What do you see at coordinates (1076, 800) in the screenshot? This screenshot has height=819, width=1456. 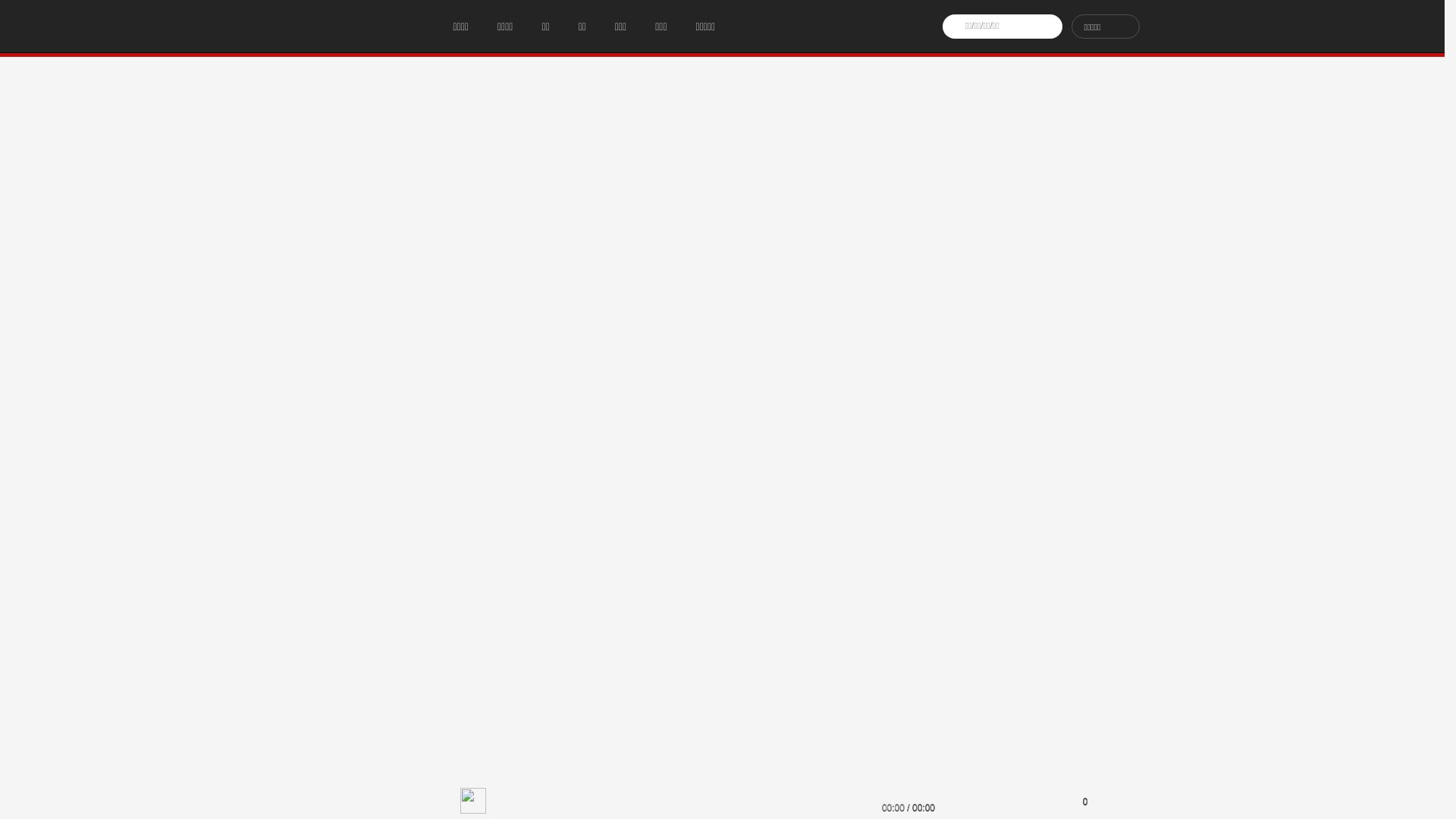 I see `'0'` at bounding box center [1076, 800].